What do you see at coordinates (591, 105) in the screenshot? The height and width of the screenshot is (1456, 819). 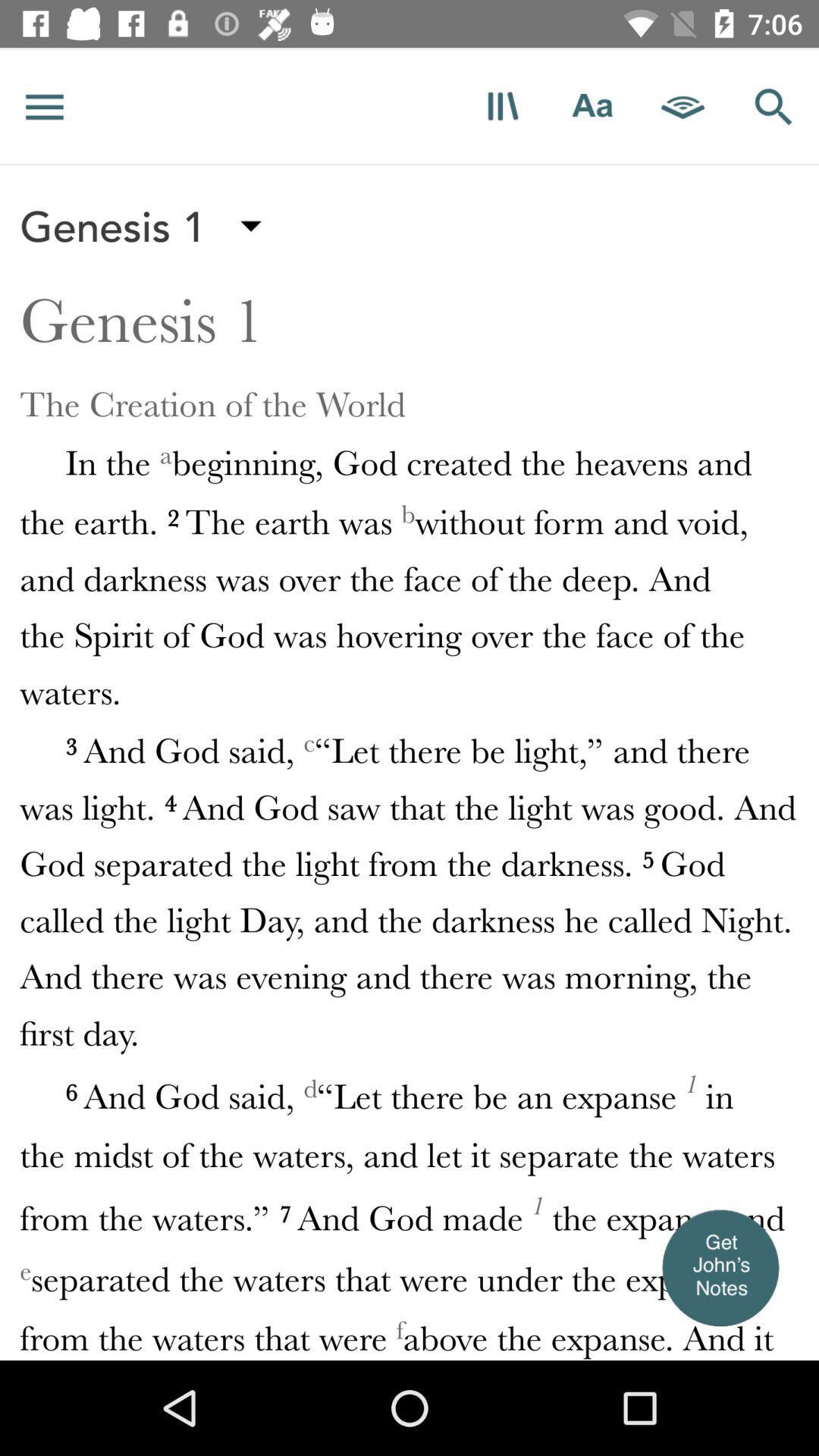 I see `increase or decrease text size` at bounding box center [591, 105].